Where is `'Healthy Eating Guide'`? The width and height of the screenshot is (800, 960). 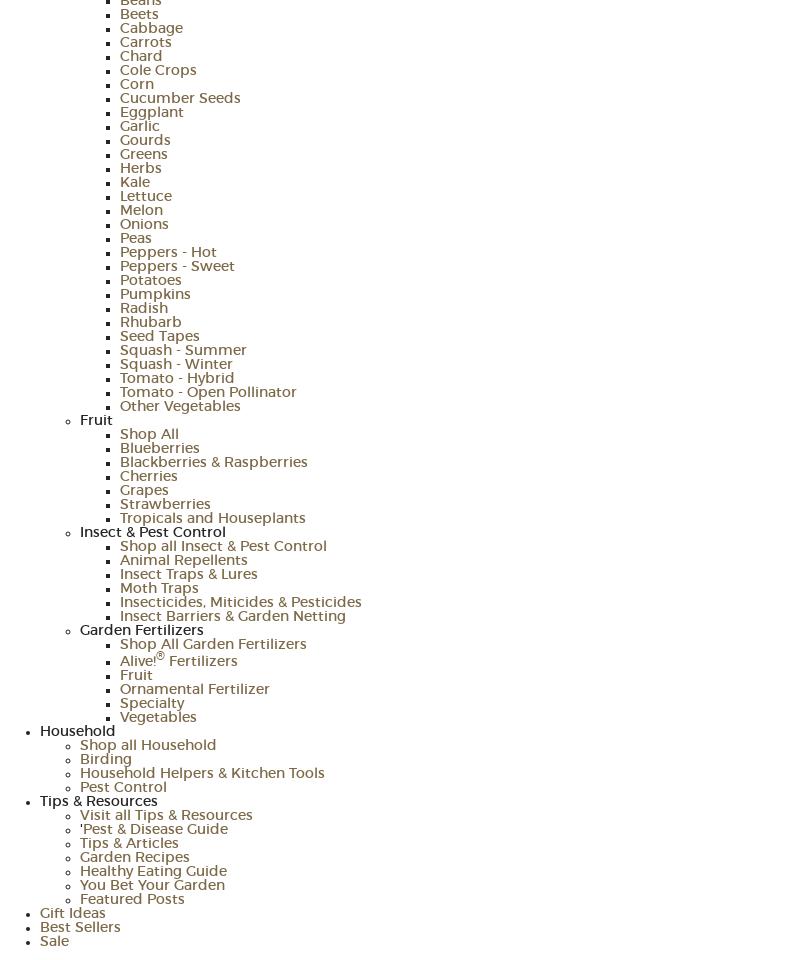 'Healthy Eating Guide' is located at coordinates (153, 870).